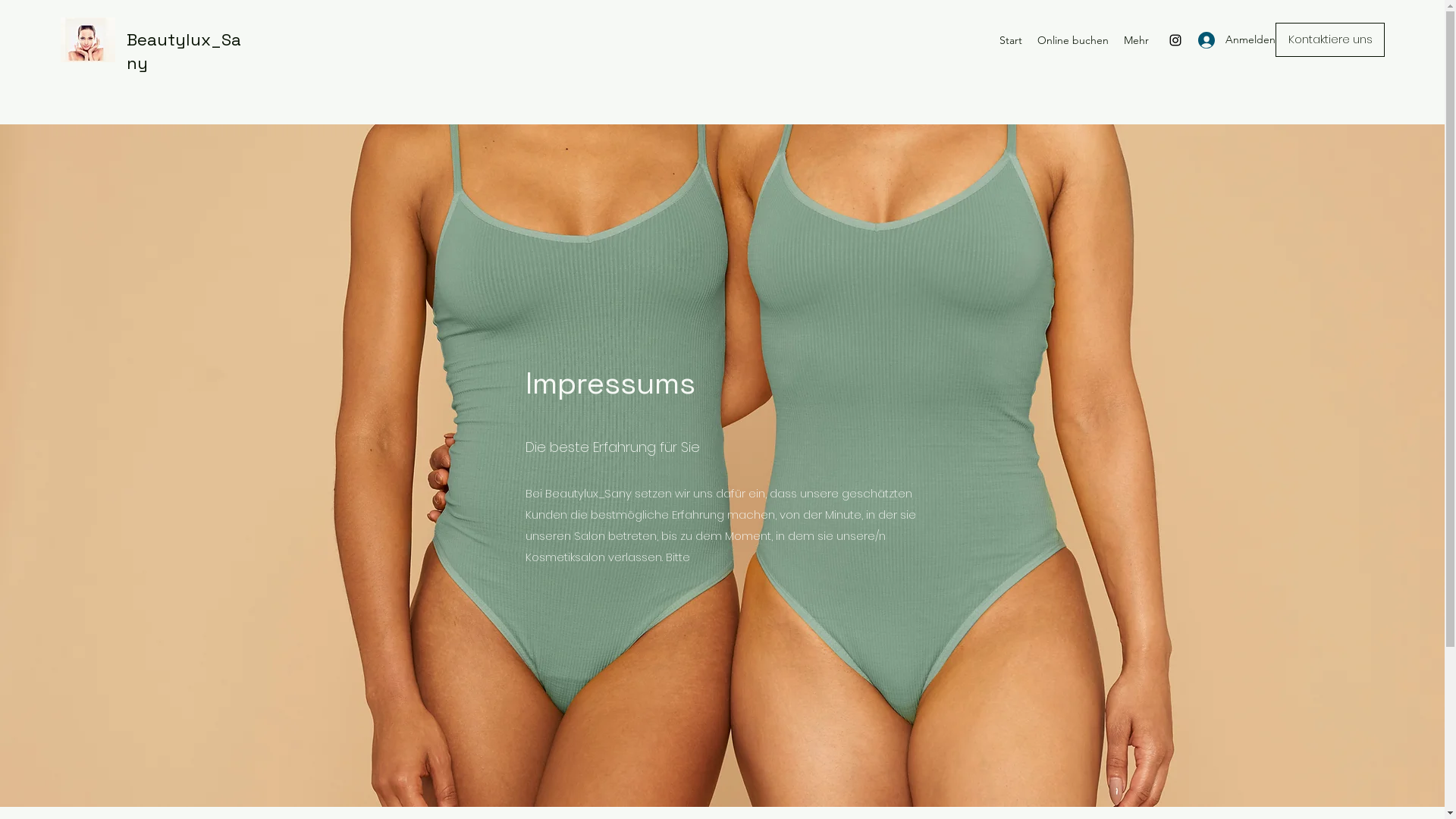  What do you see at coordinates (1222, 39) in the screenshot?
I see `'Anmelden'` at bounding box center [1222, 39].